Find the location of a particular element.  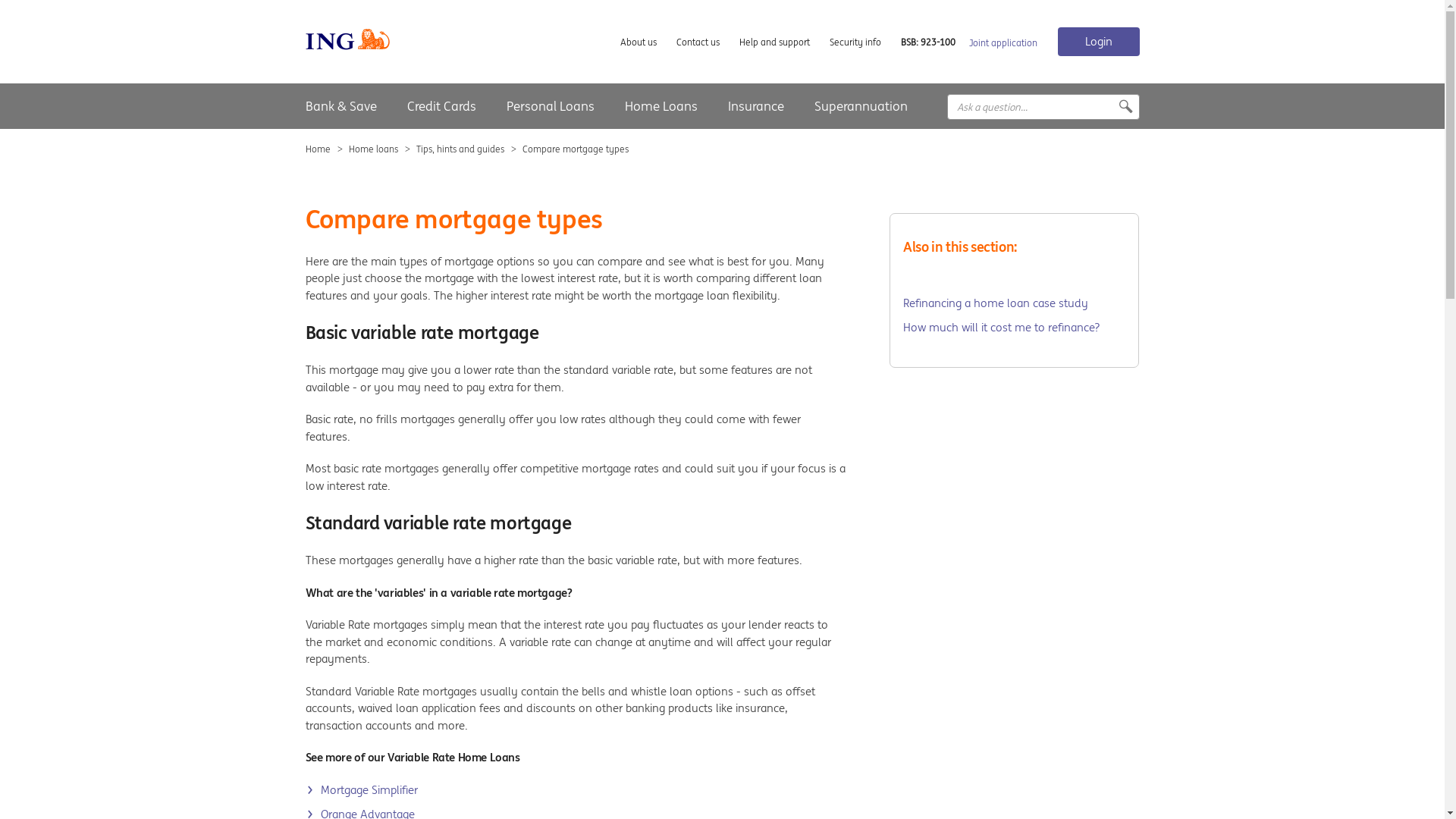

'Superannuation' is located at coordinates (799, 105).